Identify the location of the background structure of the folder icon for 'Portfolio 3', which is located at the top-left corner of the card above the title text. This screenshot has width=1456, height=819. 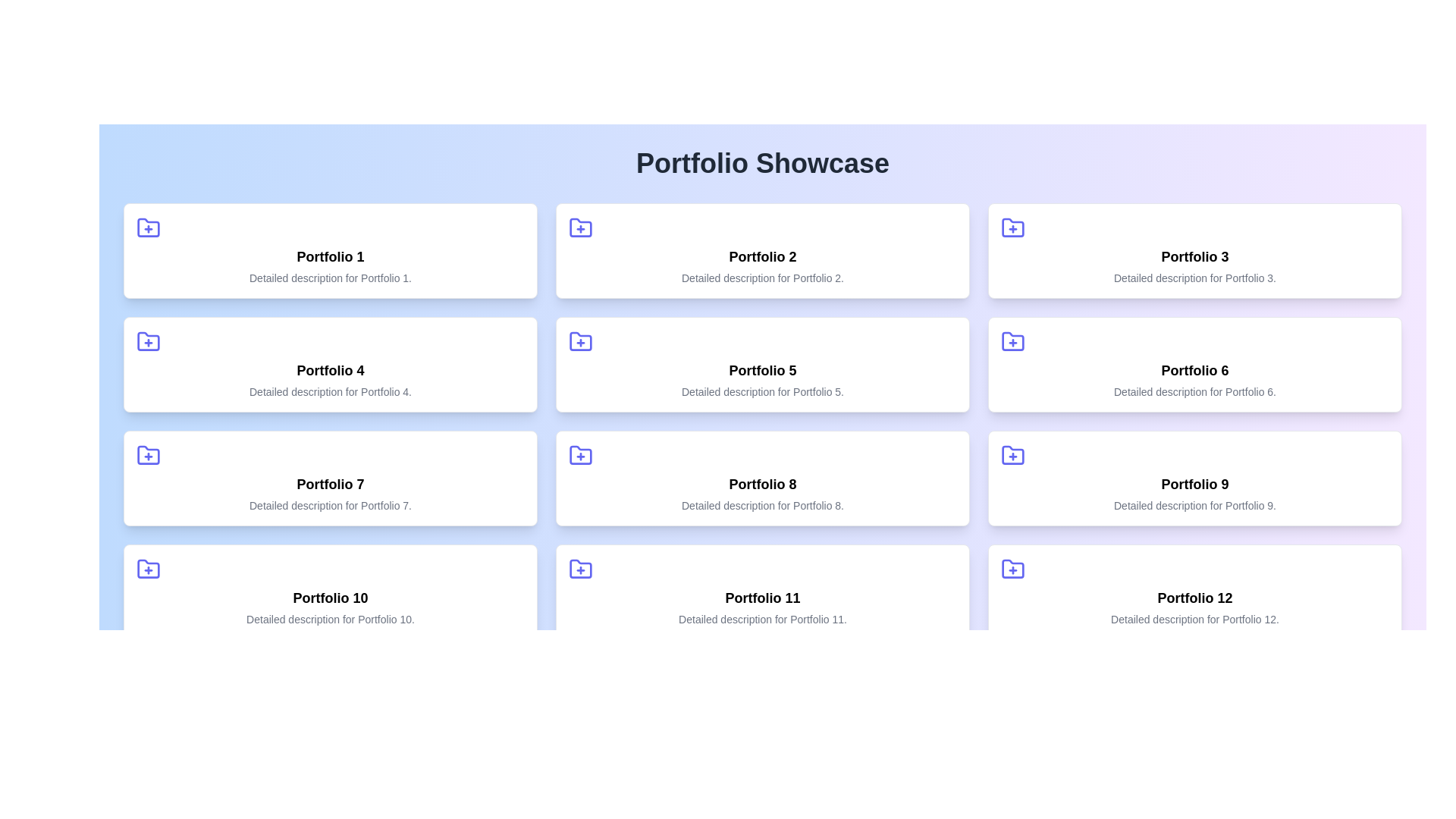
(1012, 227).